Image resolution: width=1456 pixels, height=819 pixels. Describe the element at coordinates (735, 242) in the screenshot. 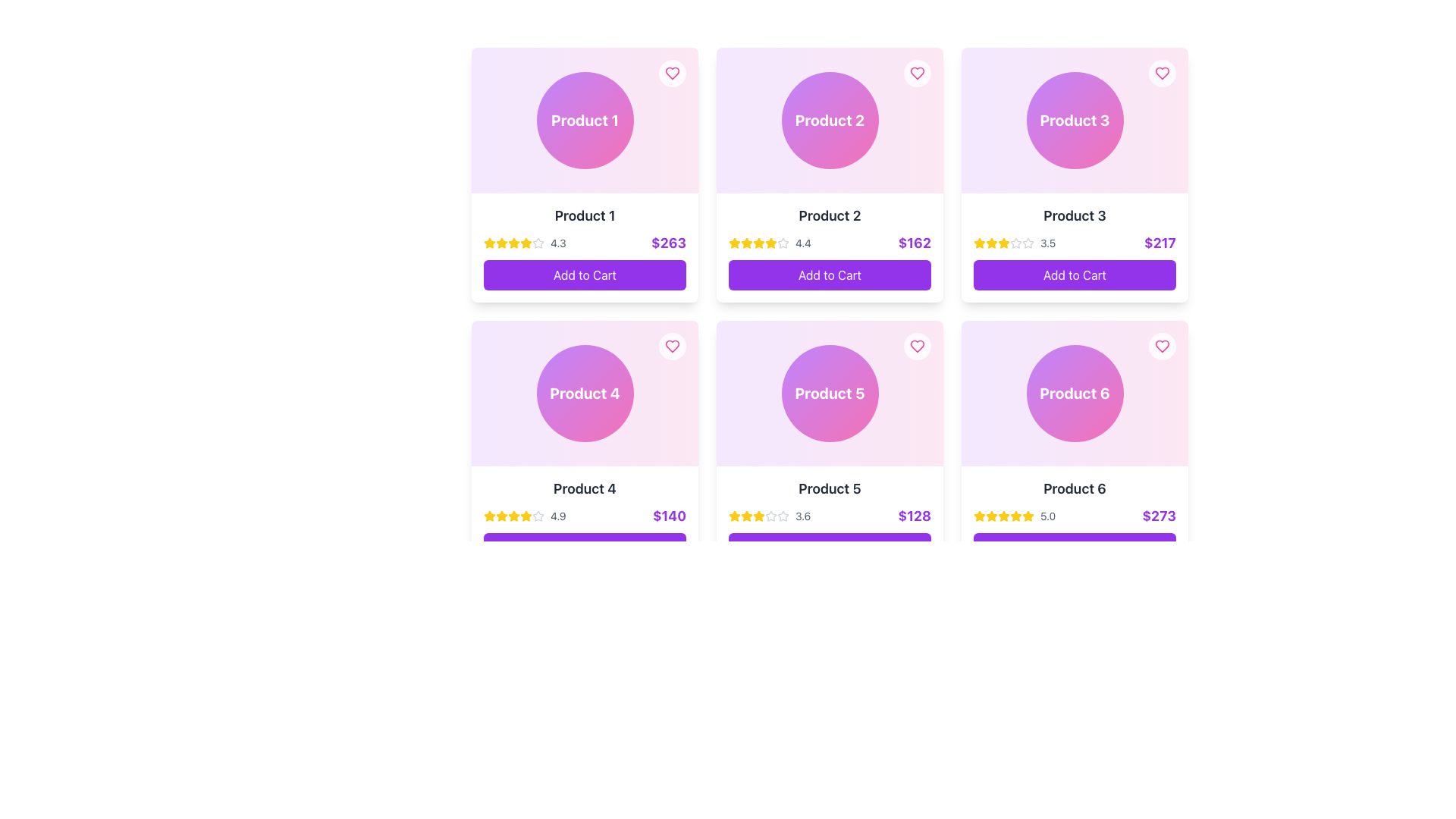

I see `the yellow star icon representing the first rating in the rating system for 'Product 2', located directly beneath the product's name and image` at that location.